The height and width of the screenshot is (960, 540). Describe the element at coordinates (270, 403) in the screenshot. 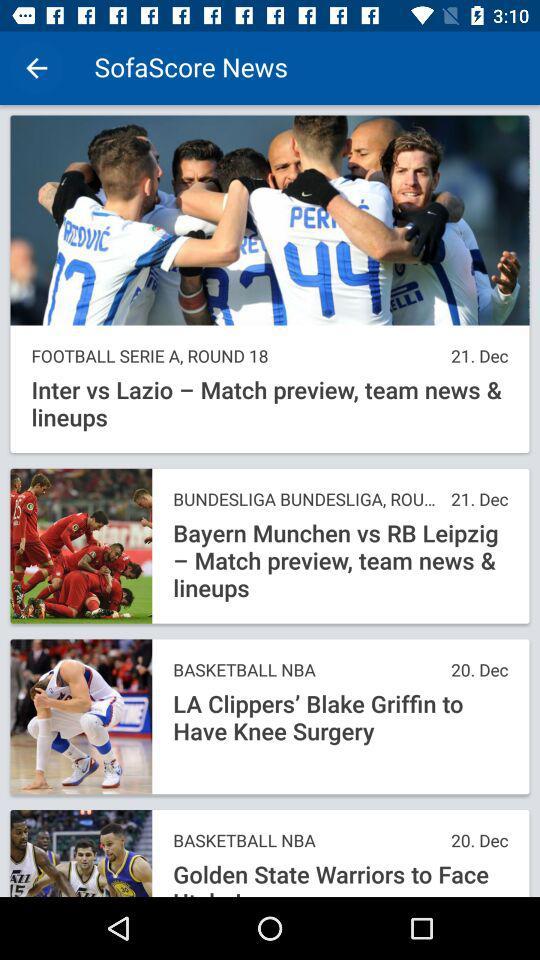

I see `the item below the football serie a item` at that location.